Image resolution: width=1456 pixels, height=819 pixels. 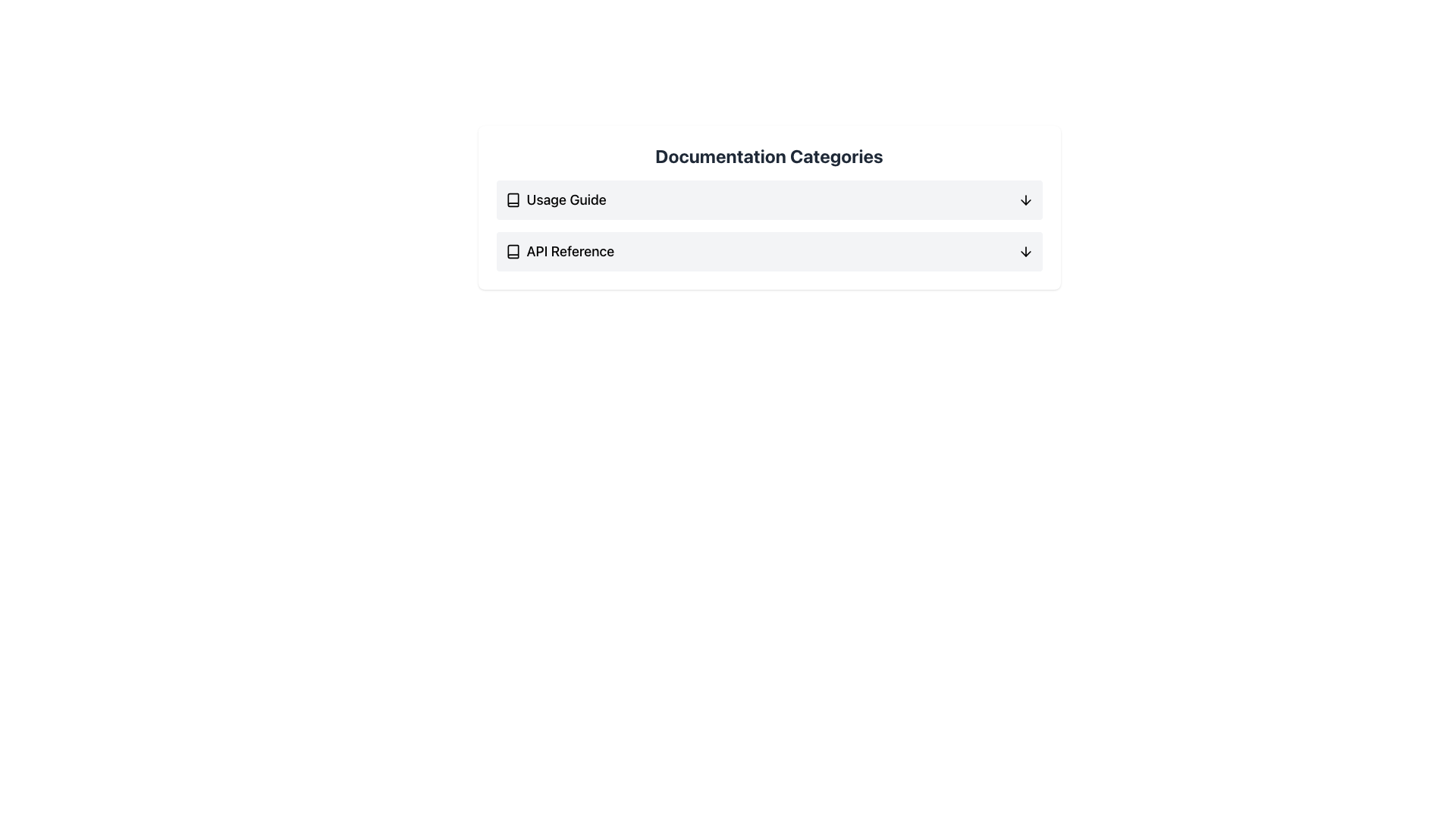 What do you see at coordinates (513, 250) in the screenshot?
I see `the small, vector-based book icon located to the left of the 'API Reference' text label` at bounding box center [513, 250].